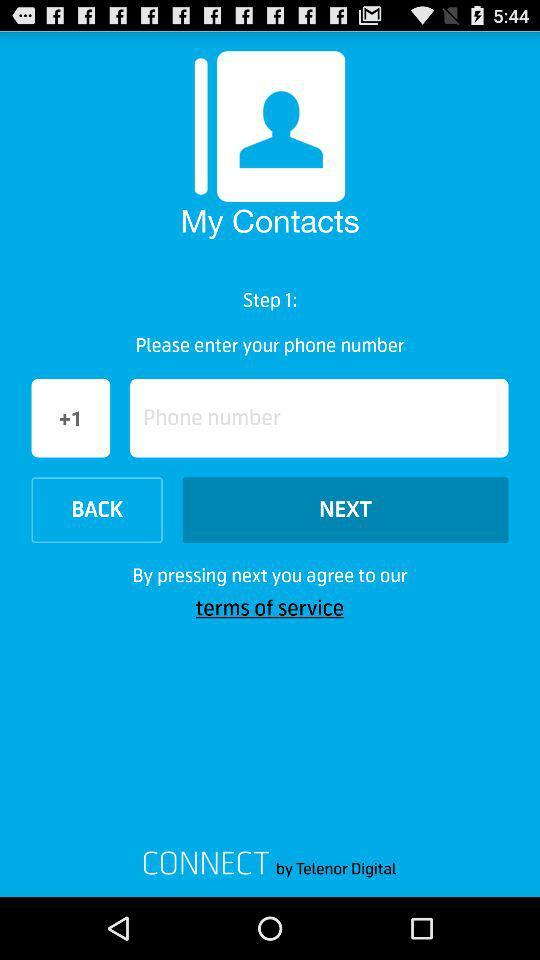  I want to click on the item above the back icon, so click(319, 417).